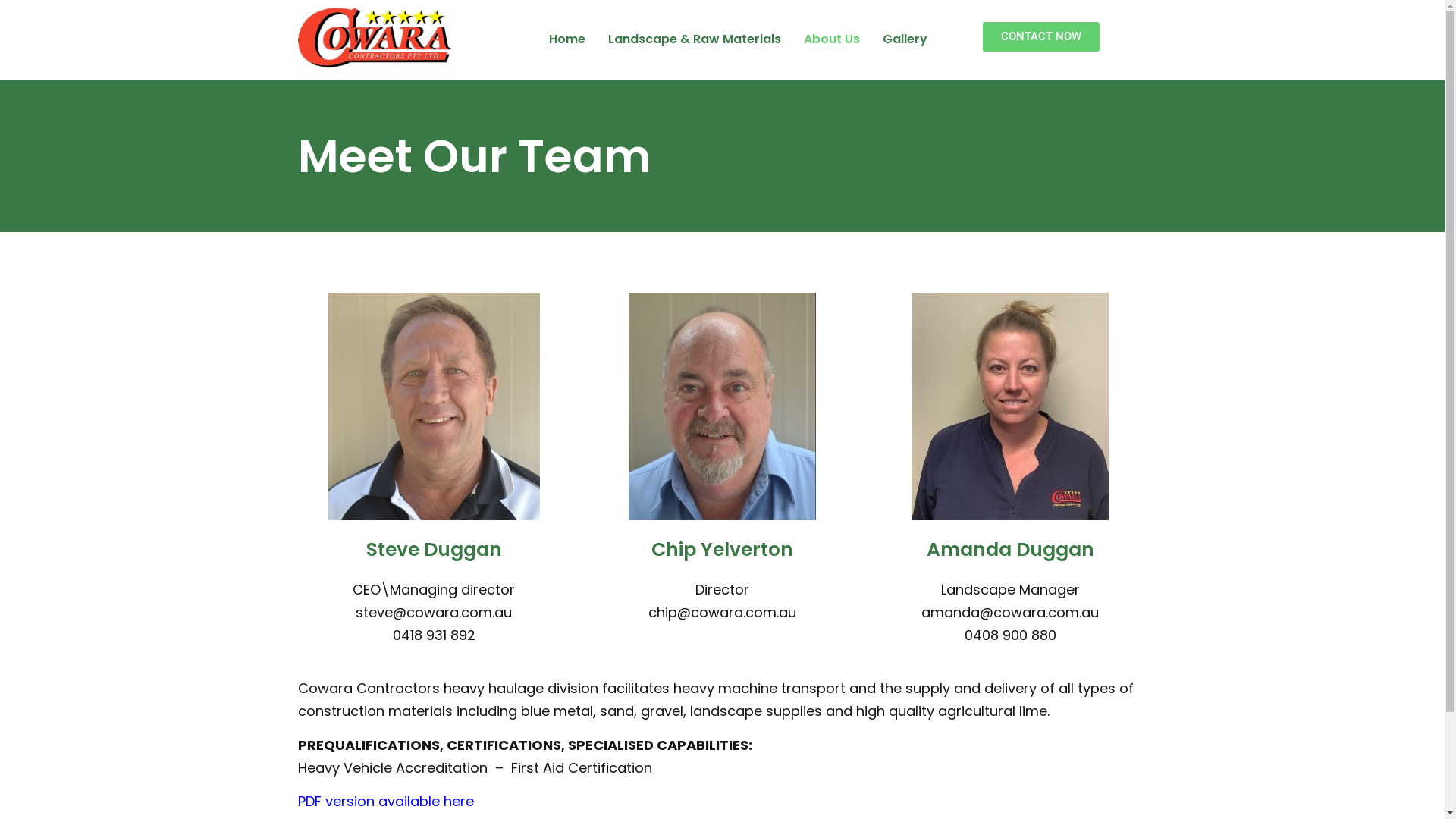 The width and height of the screenshot is (1456, 819). What do you see at coordinates (566, 38) in the screenshot?
I see `'Home'` at bounding box center [566, 38].